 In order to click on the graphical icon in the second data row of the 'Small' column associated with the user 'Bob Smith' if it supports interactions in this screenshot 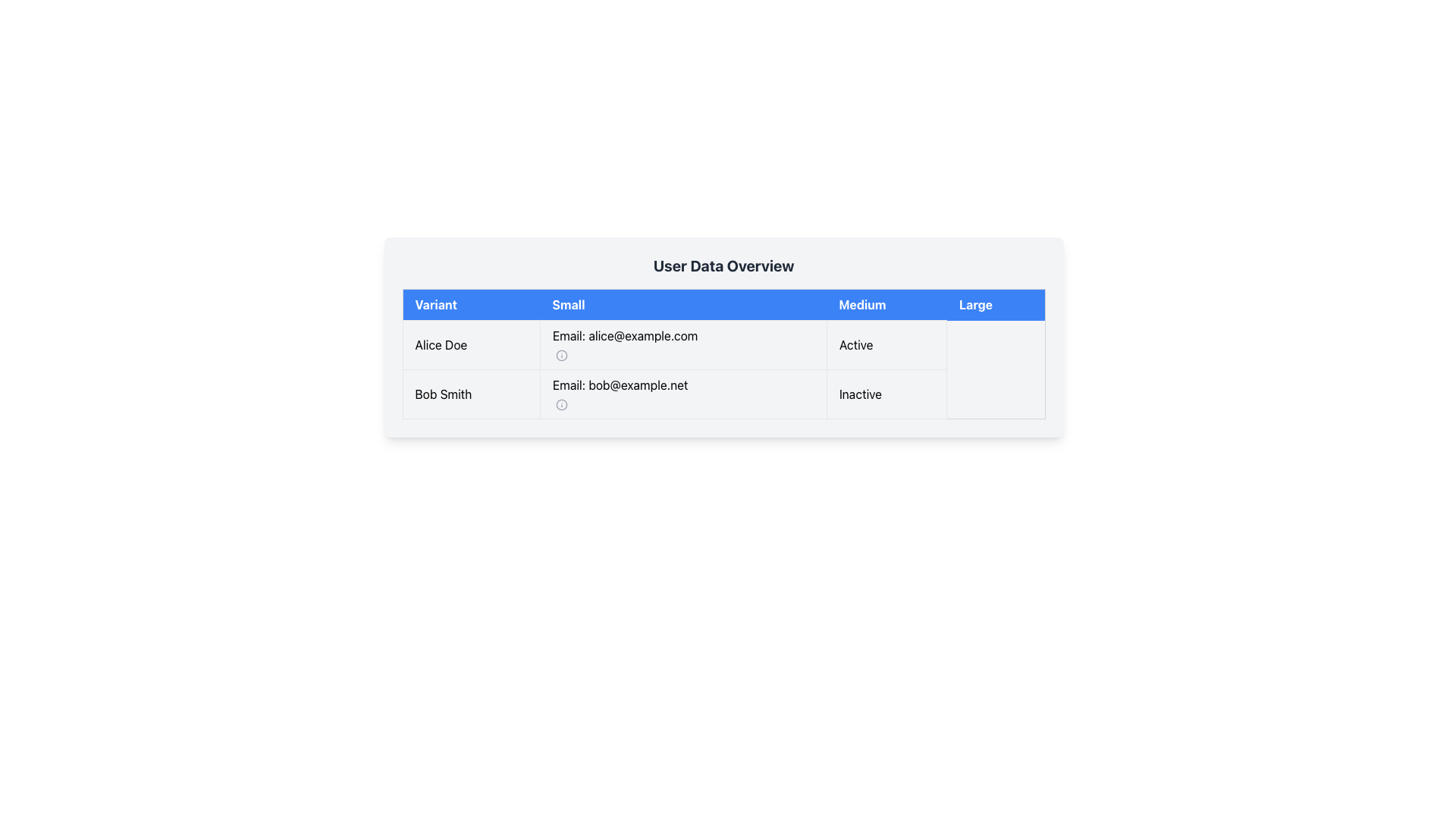, I will do `click(560, 403)`.